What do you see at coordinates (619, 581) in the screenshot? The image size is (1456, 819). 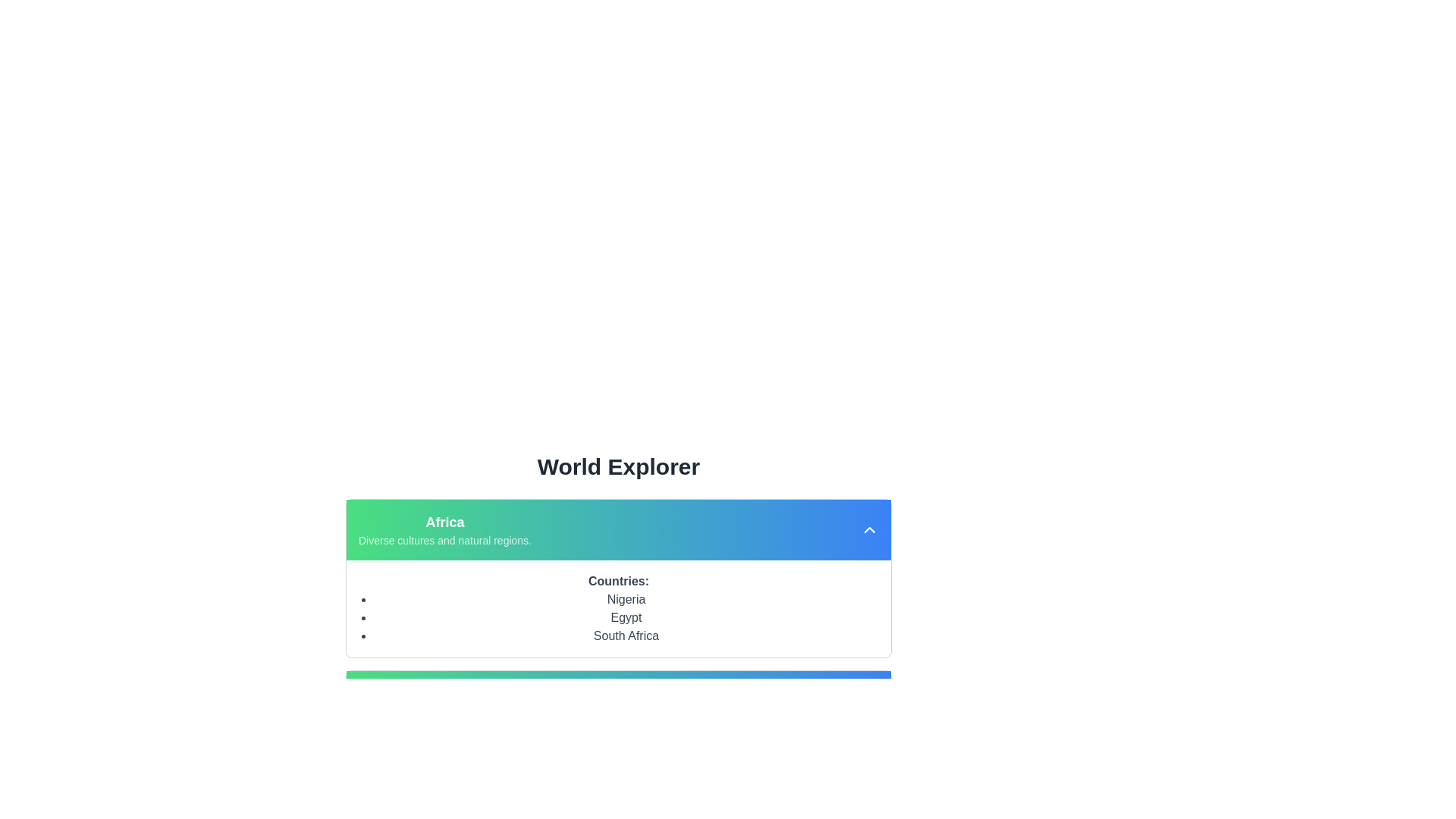 I see `the text label displaying 'Countries:' which is bold and positioned above the list of countries` at bounding box center [619, 581].